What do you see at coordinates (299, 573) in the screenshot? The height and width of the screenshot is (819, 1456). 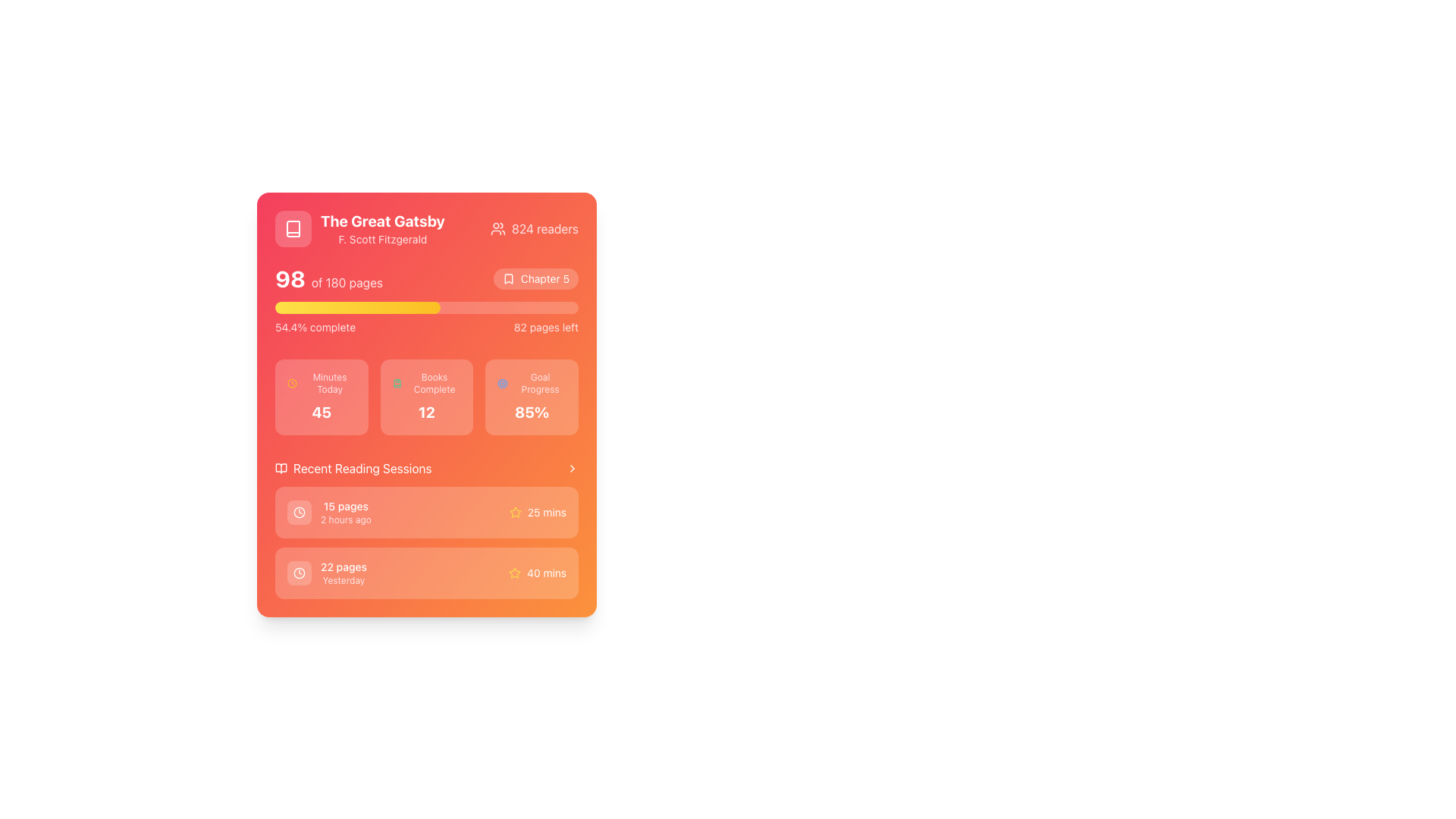 I see `the SVG Circle element, which is a circular outline located in the lower section of a card displaying recent reading sessions, positioned left of the text '22 pages Yesterday'` at bounding box center [299, 573].